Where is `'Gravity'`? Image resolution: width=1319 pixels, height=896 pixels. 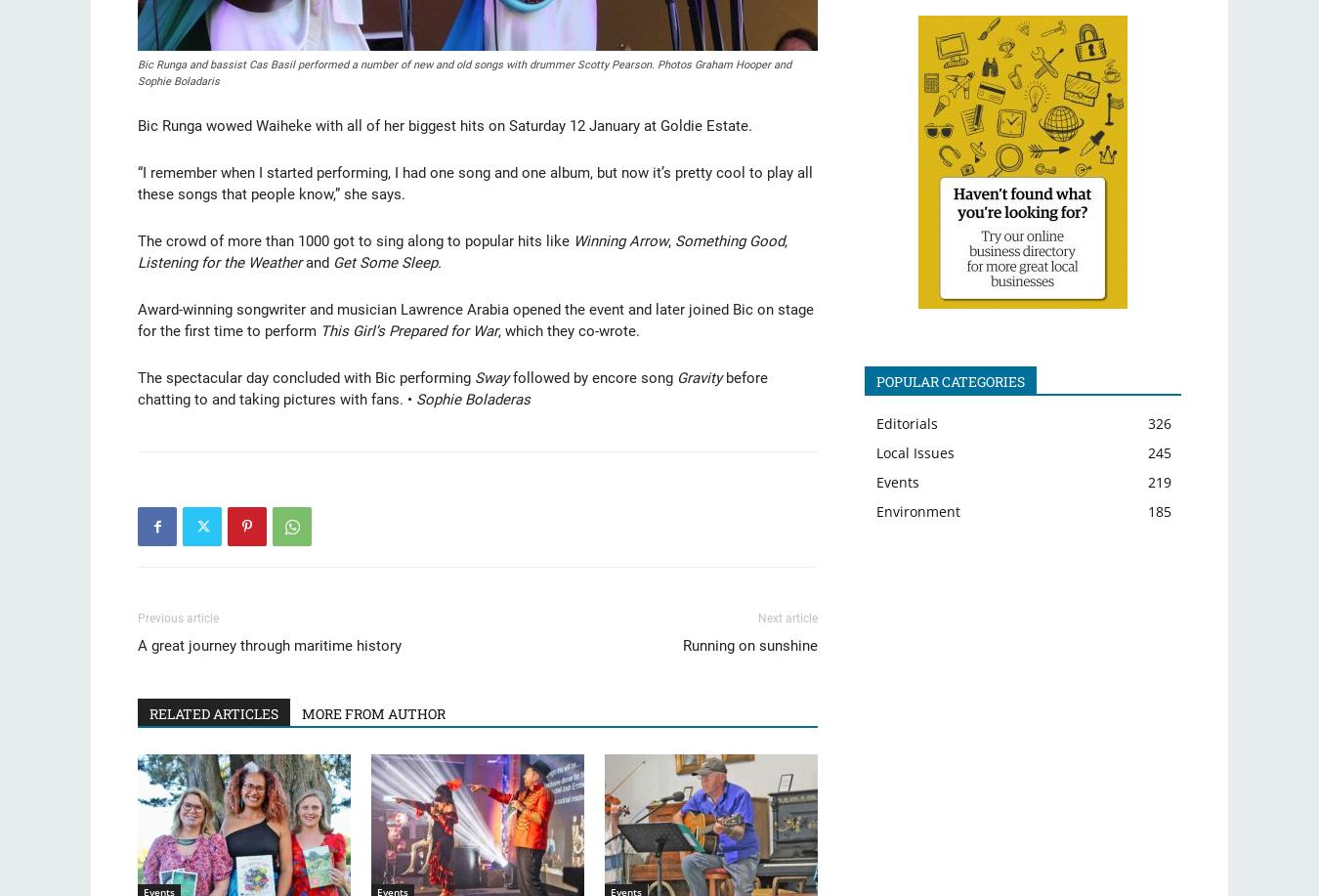
'Gravity' is located at coordinates (699, 376).